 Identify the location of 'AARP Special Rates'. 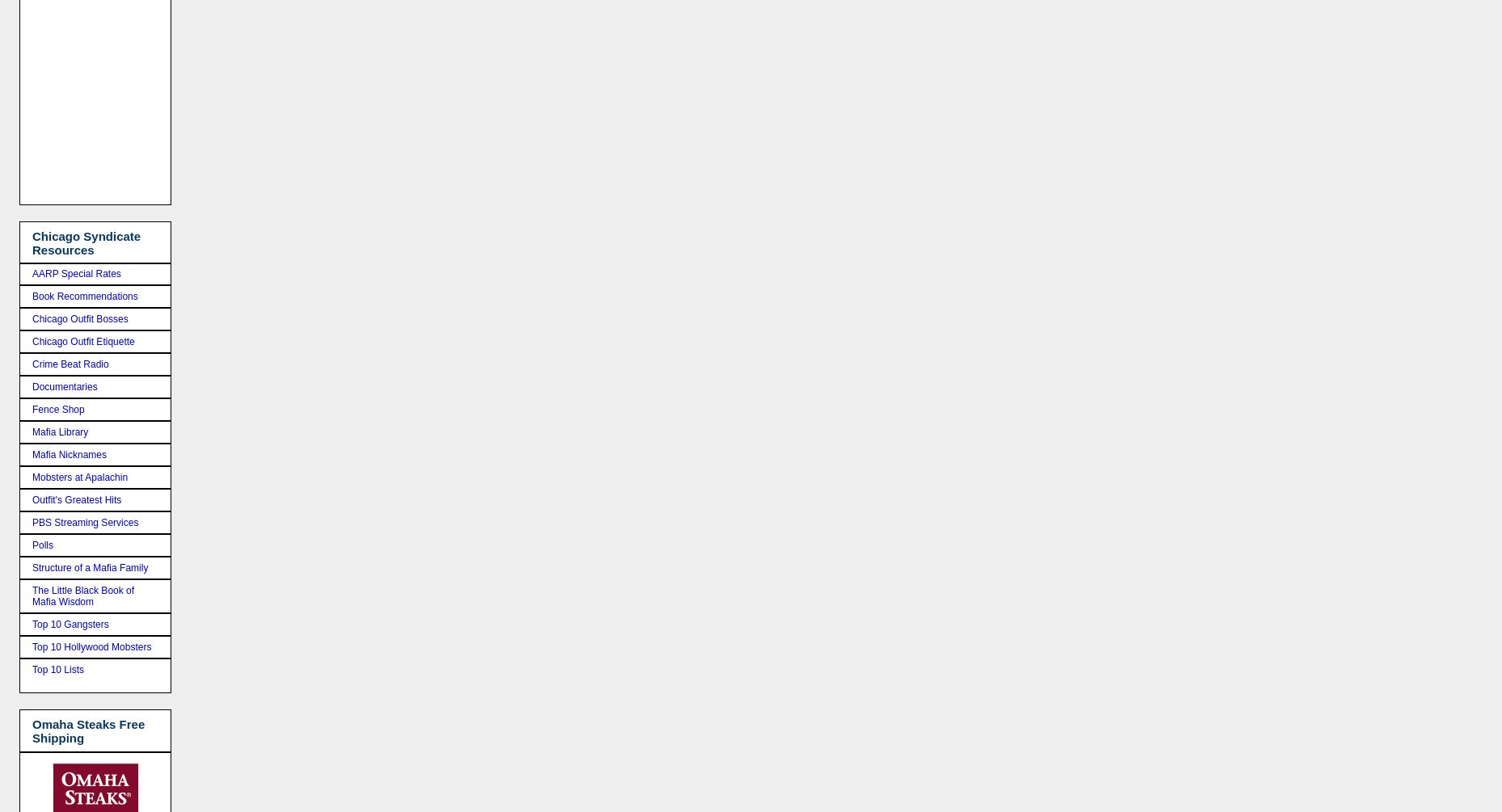
(76, 273).